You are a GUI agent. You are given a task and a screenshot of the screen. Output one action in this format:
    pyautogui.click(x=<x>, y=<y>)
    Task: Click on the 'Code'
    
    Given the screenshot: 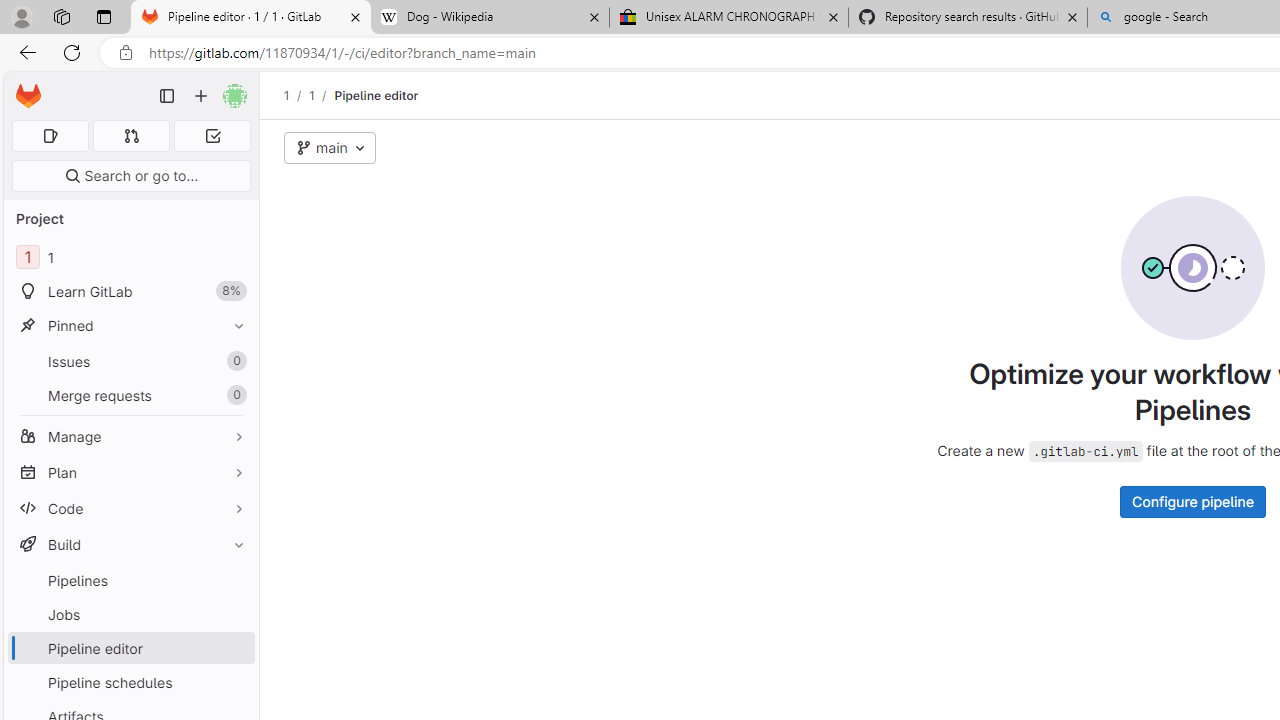 What is the action you would take?
    pyautogui.click(x=130, y=507)
    